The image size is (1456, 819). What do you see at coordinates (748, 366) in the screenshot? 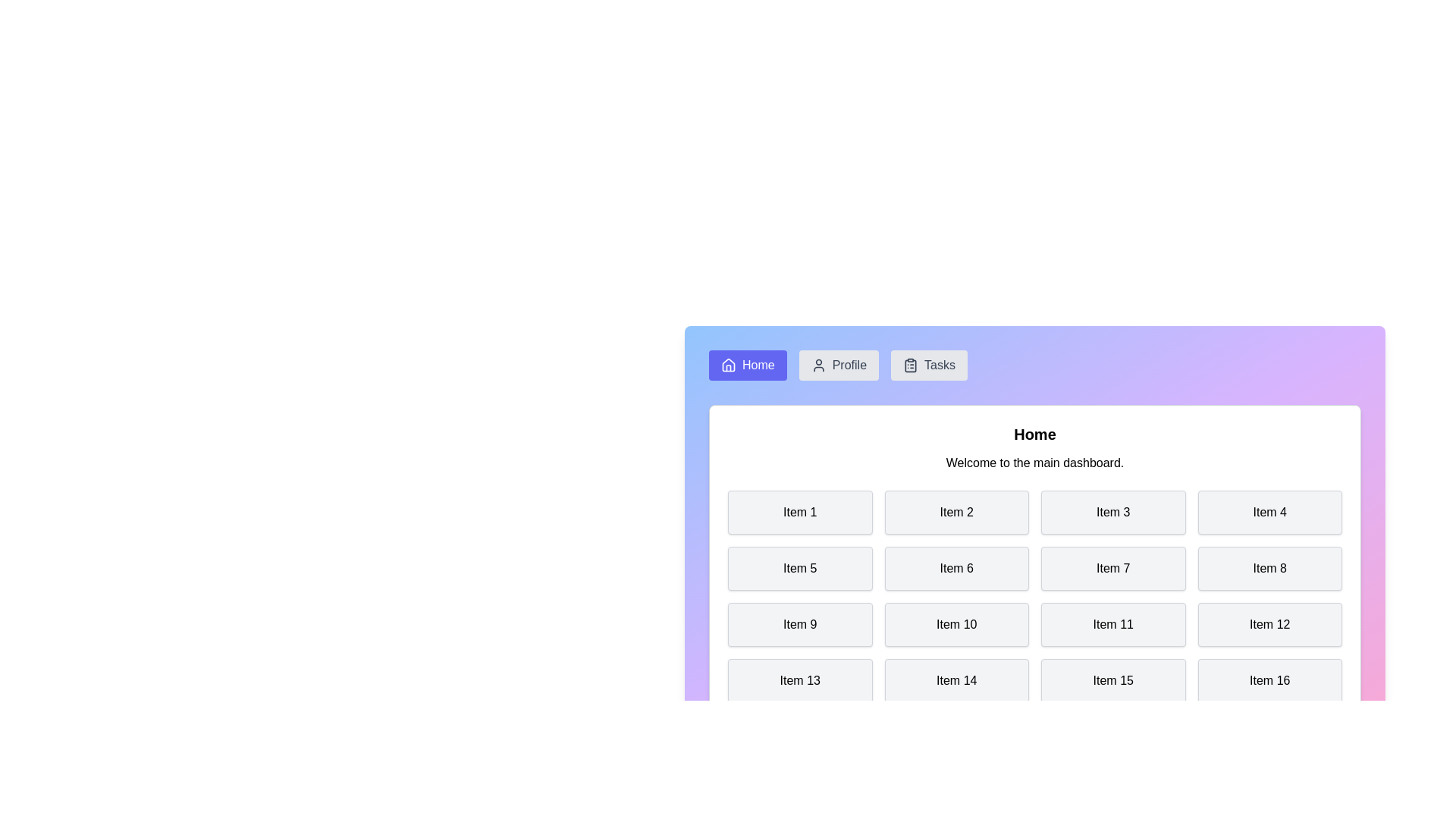
I see `the Home tab by clicking its navigation button` at bounding box center [748, 366].